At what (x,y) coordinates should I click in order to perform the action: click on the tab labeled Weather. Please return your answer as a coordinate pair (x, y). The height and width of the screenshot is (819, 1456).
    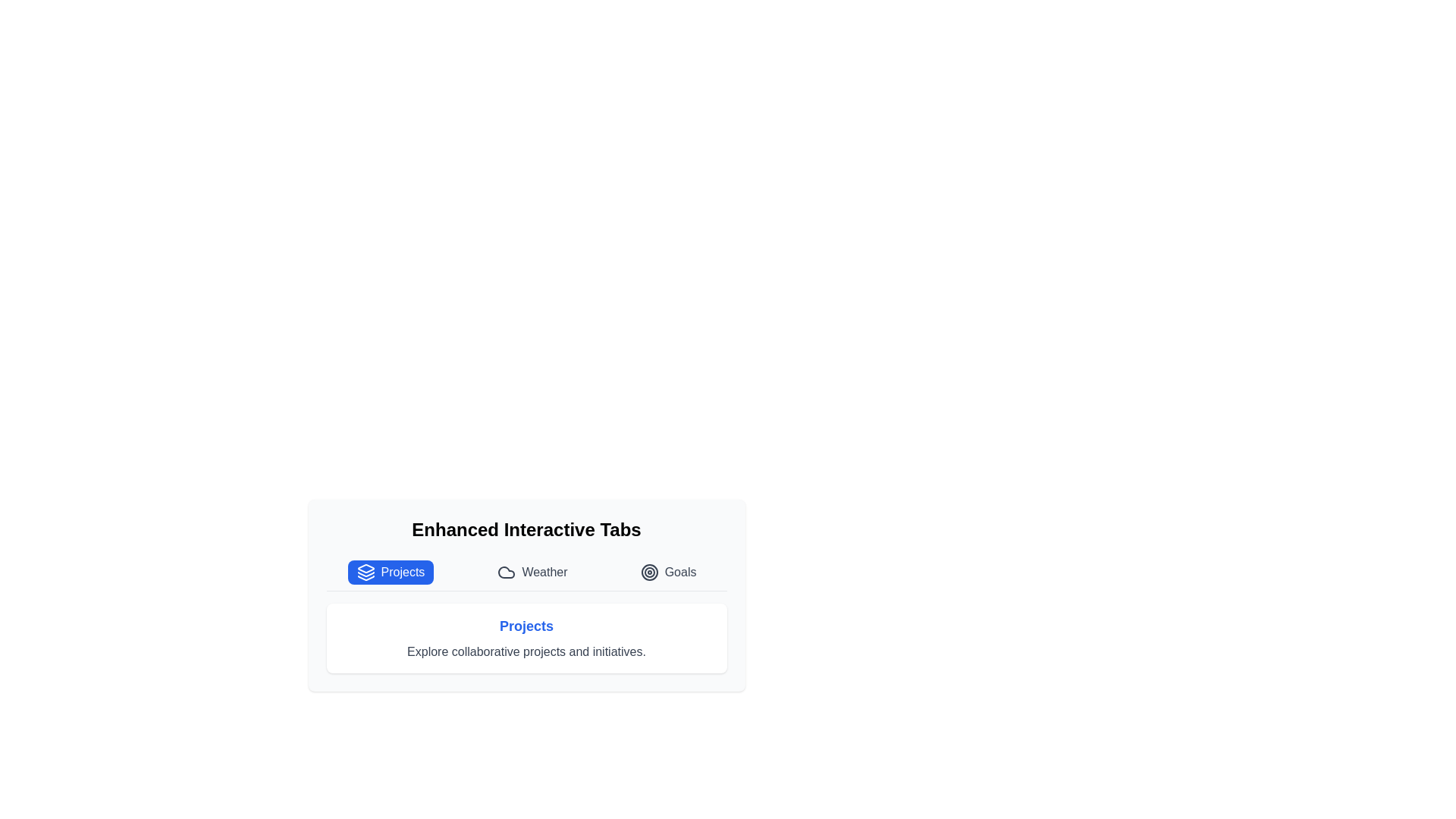
    Looking at the image, I should click on (532, 573).